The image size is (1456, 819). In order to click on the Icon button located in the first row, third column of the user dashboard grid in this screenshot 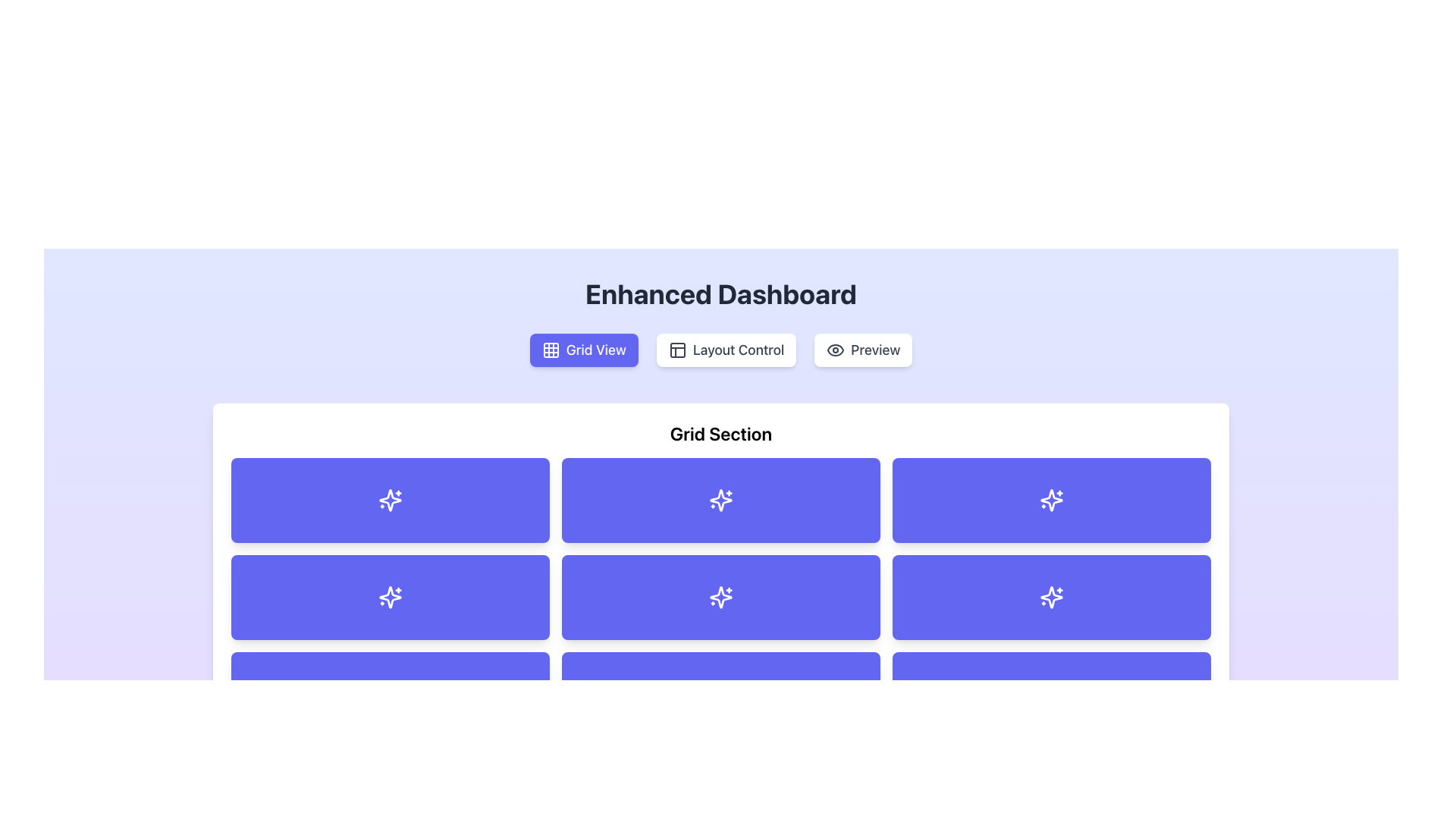, I will do `click(1050, 500)`.